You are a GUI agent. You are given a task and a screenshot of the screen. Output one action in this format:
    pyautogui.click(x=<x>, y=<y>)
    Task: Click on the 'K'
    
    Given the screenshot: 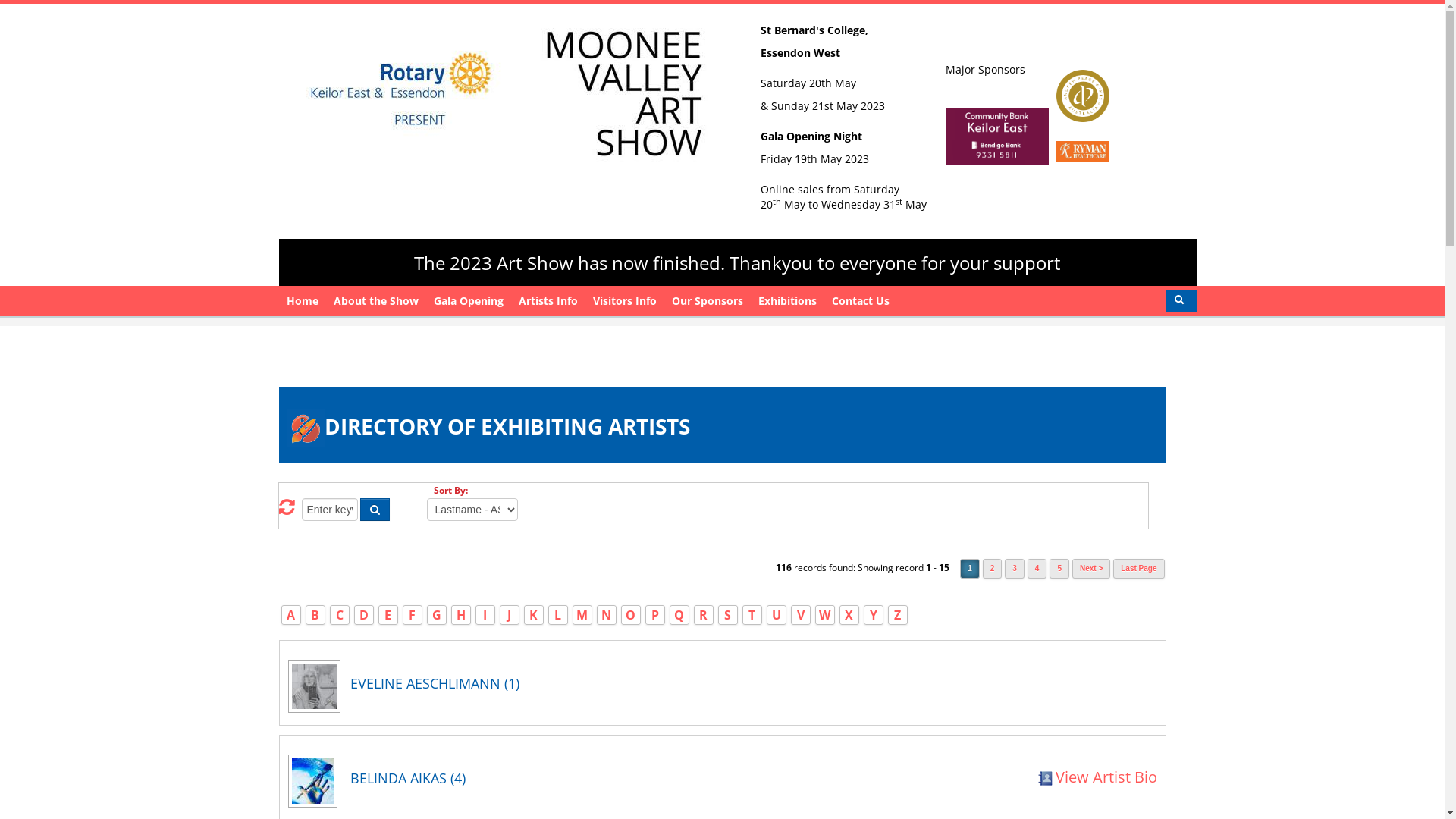 What is the action you would take?
    pyautogui.click(x=533, y=614)
    